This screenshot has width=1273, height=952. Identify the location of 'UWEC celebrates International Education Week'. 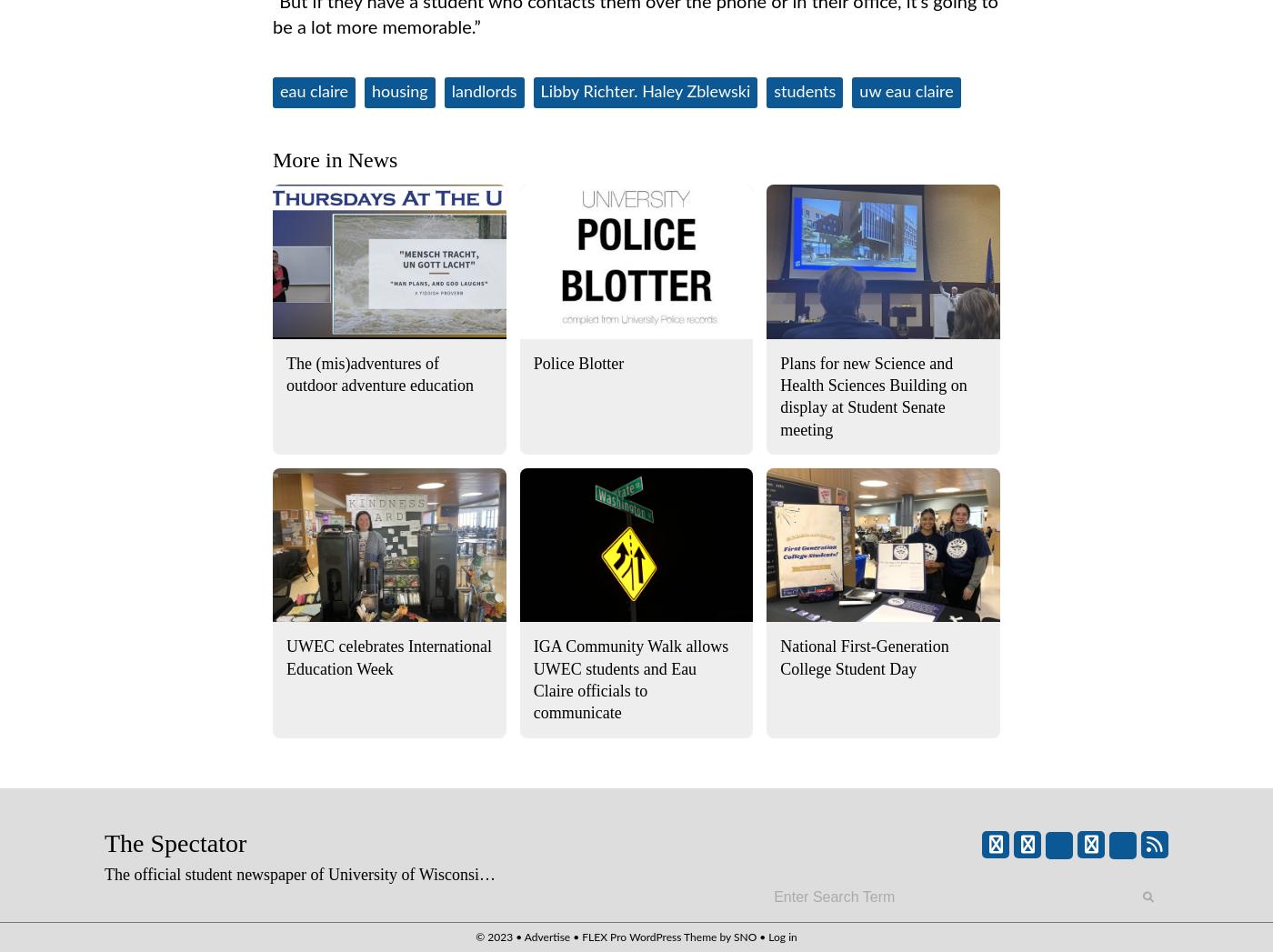
(388, 656).